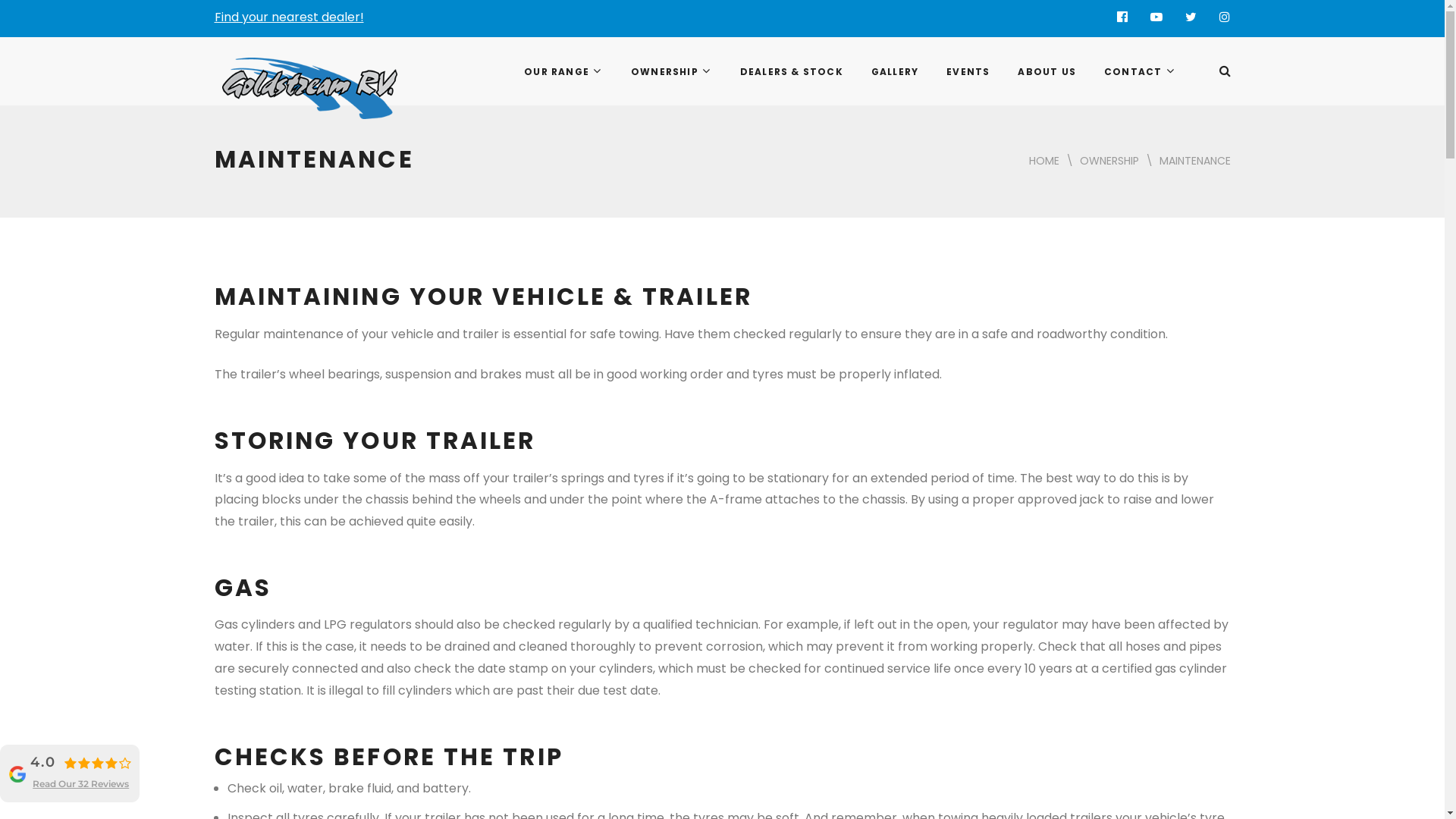  Describe the element at coordinates (1138, 71) in the screenshot. I see `'CONTACT'` at that location.